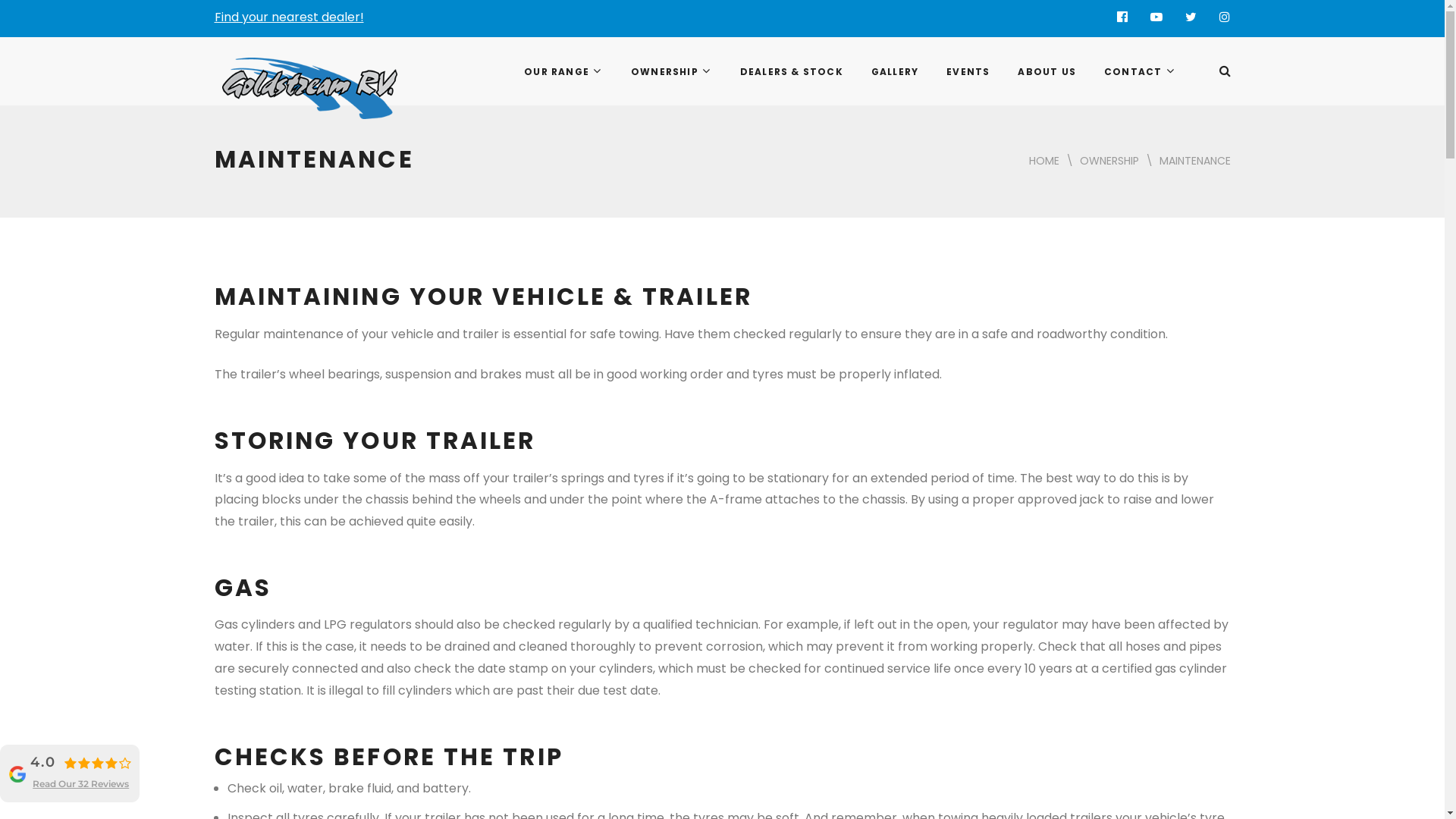  Describe the element at coordinates (1138, 71) in the screenshot. I see `'CONTACT'` at that location.